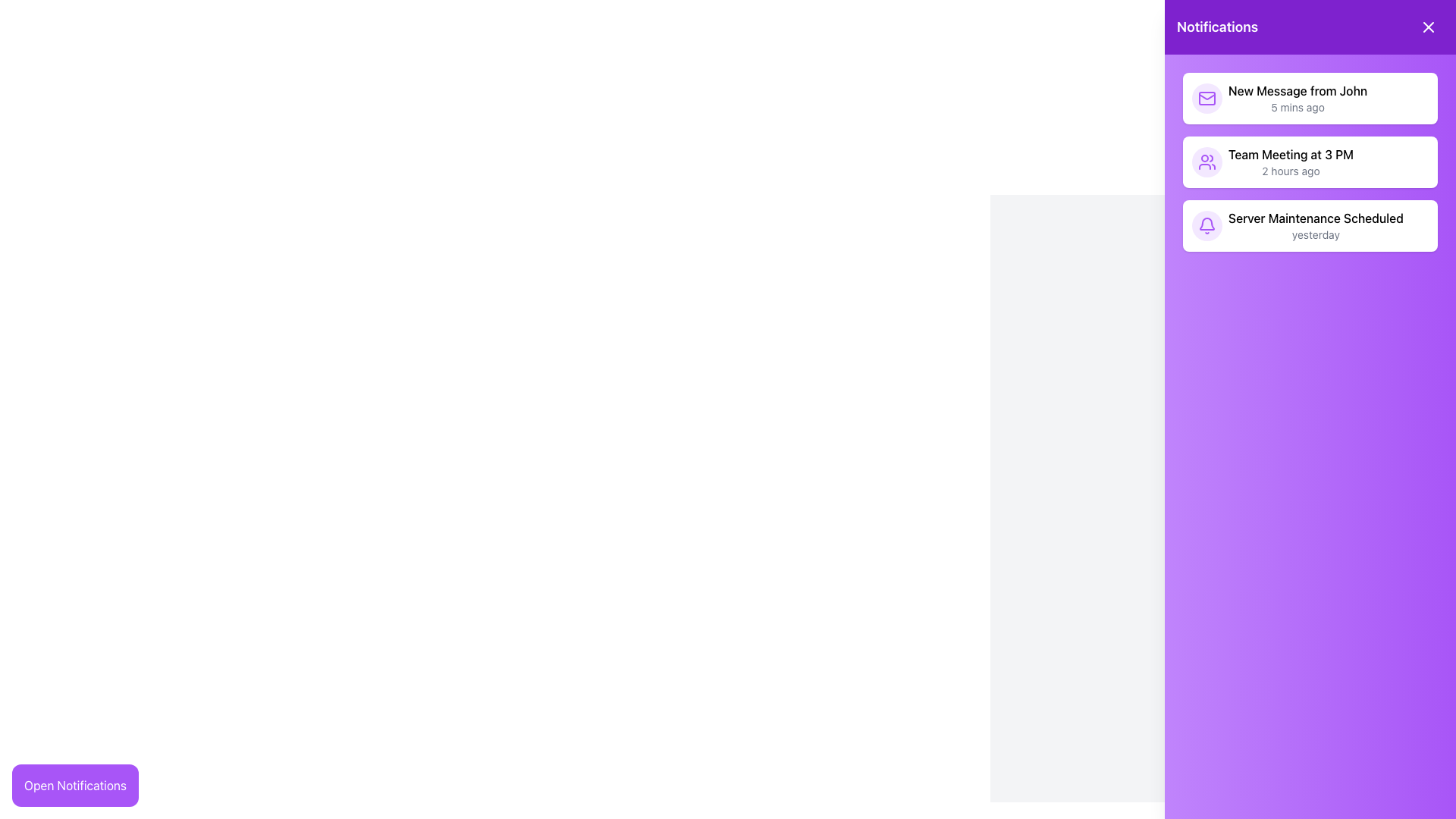  Describe the element at coordinates (1427, 27) in the screenshot. I see `the 'X' shaped icon, which is part of the close icon in the top-right corner of the purple notification panel next to the title 'Notifications'` at that location.